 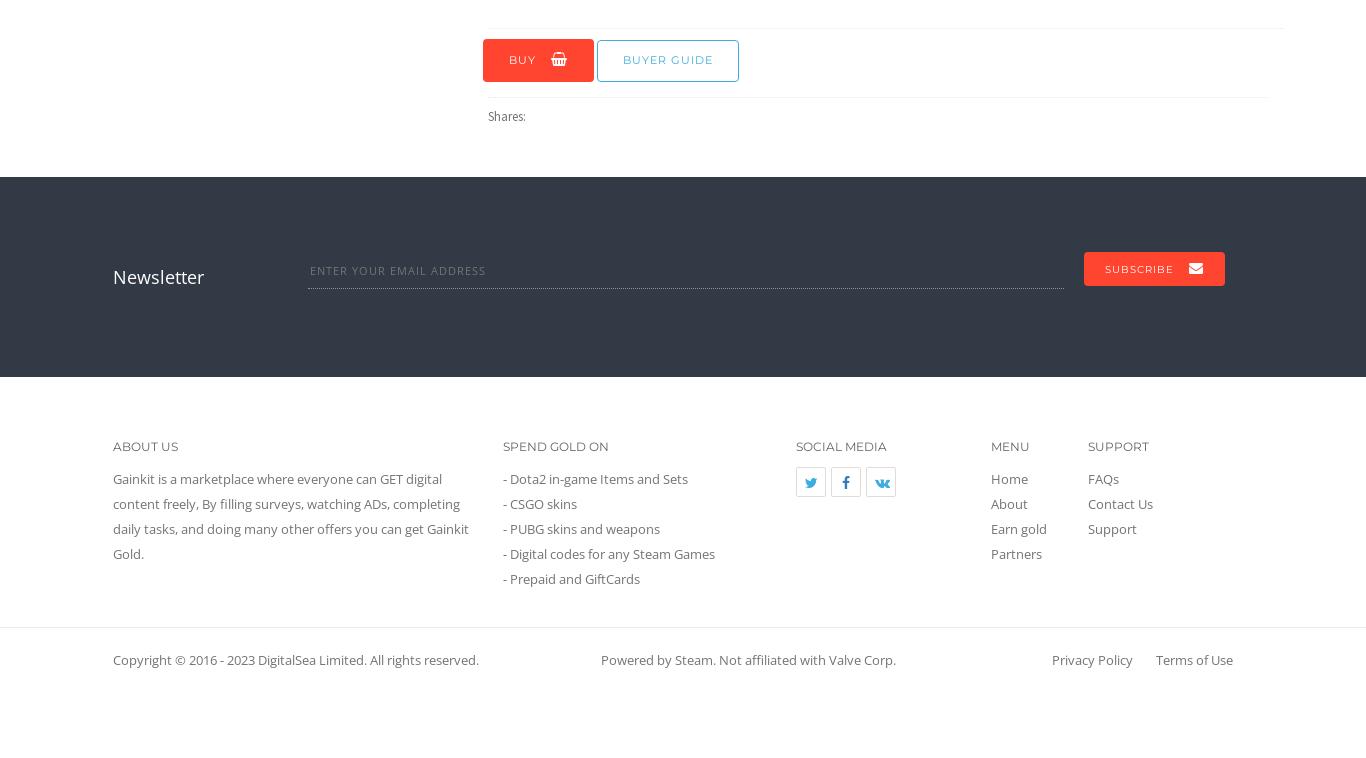 What do you see at coordinates (1102, 476) in the screenshot?
I see `'FAQs'` at bounding box center [1102, 476].